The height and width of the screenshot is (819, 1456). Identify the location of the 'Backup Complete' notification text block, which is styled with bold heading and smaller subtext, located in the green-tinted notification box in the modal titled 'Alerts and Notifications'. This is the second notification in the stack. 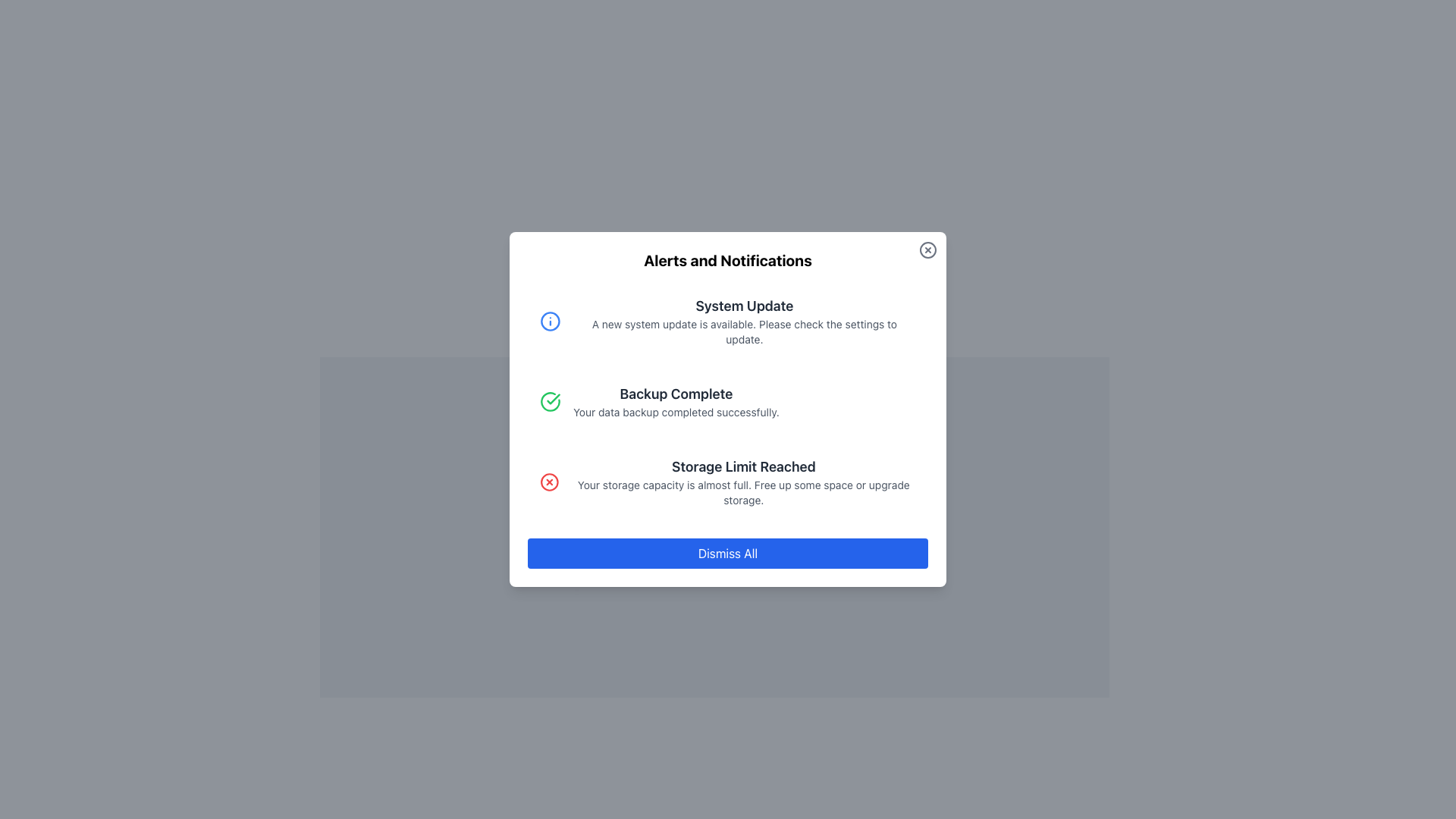
(675, 400).